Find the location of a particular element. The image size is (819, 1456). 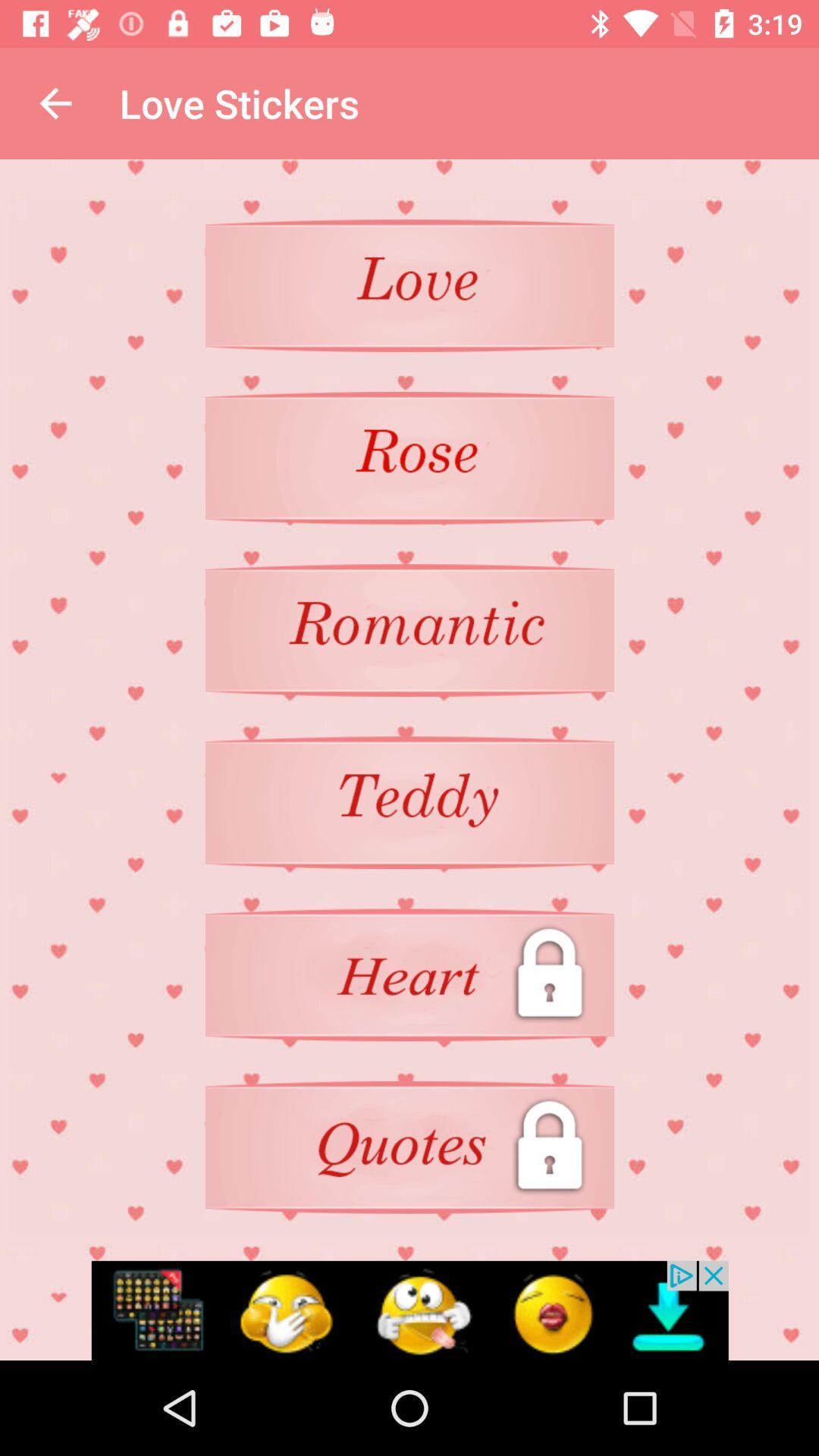

opens heart sticker is located at coordinates (409, 974).